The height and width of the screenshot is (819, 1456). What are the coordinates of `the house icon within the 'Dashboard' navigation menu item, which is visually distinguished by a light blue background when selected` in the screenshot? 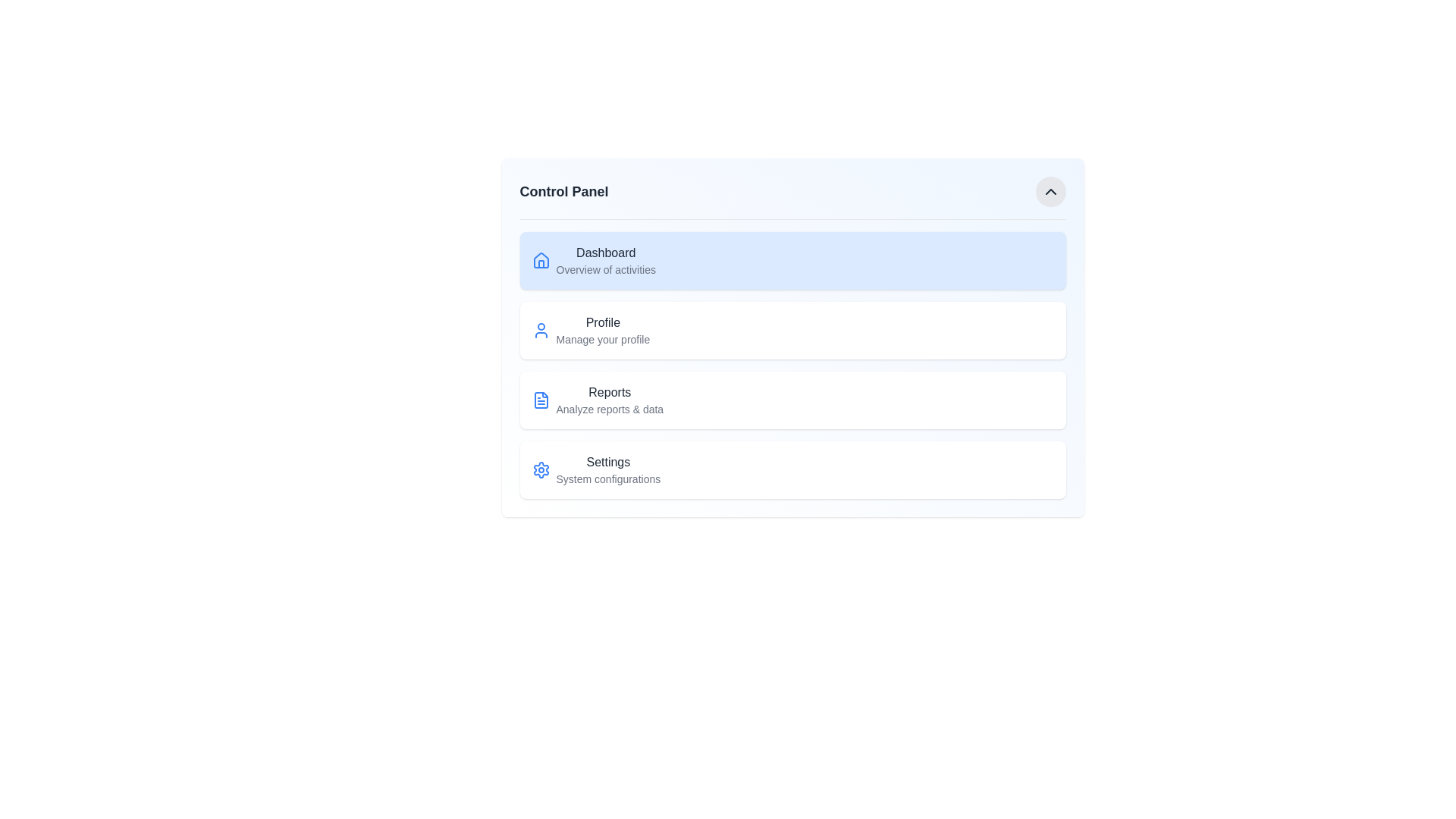 It's located at (541, 259).